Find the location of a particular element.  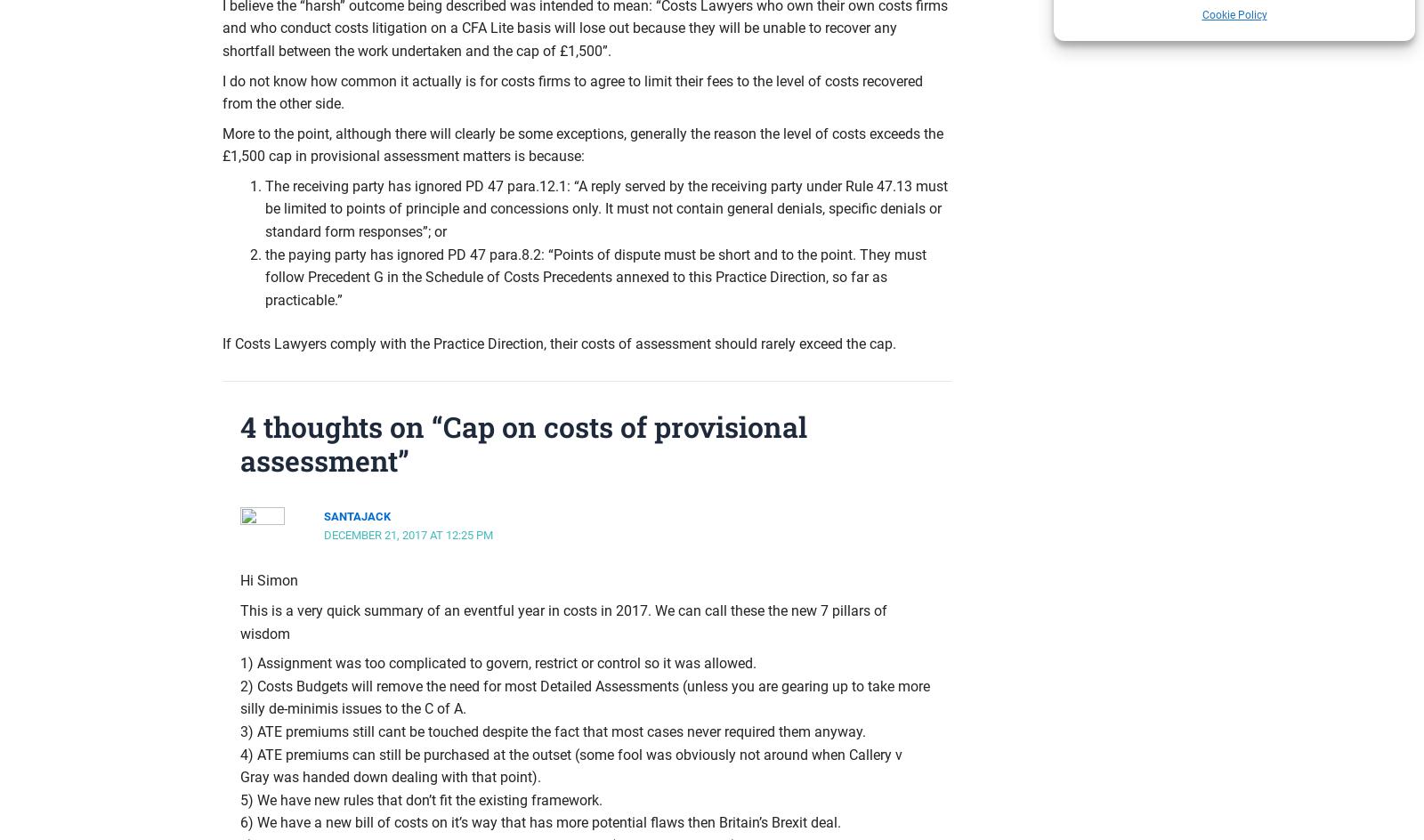

'This is a very quick summary of an eventful year in costs in 2017. We can call these the new 7 pillars of wisdom' is located at coordinates (563, 621).